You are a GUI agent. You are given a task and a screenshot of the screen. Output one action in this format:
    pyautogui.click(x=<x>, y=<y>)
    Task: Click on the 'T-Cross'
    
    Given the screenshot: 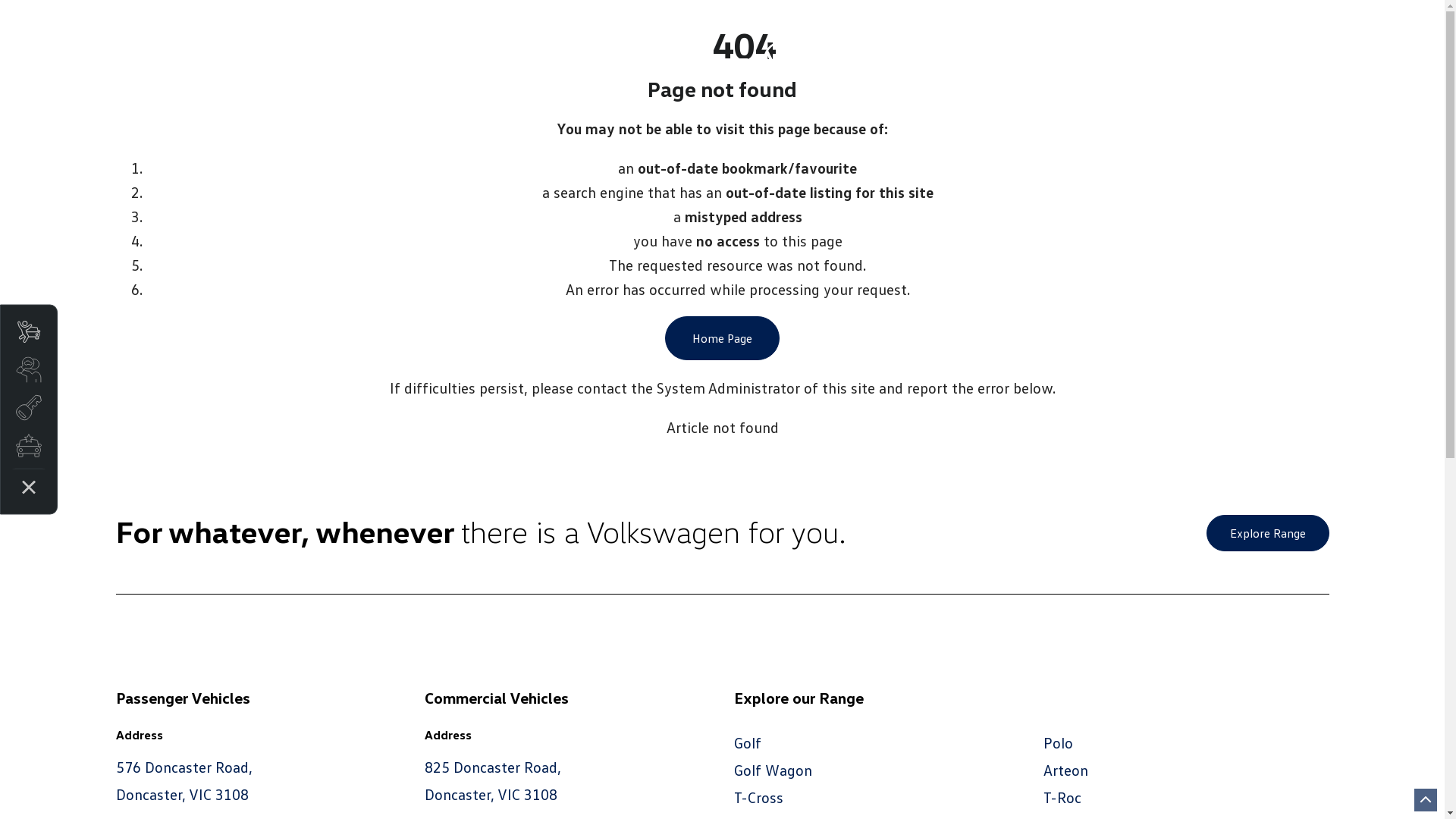 What is the action you would take?
    pyautogui.click(x=758, y=795)
    